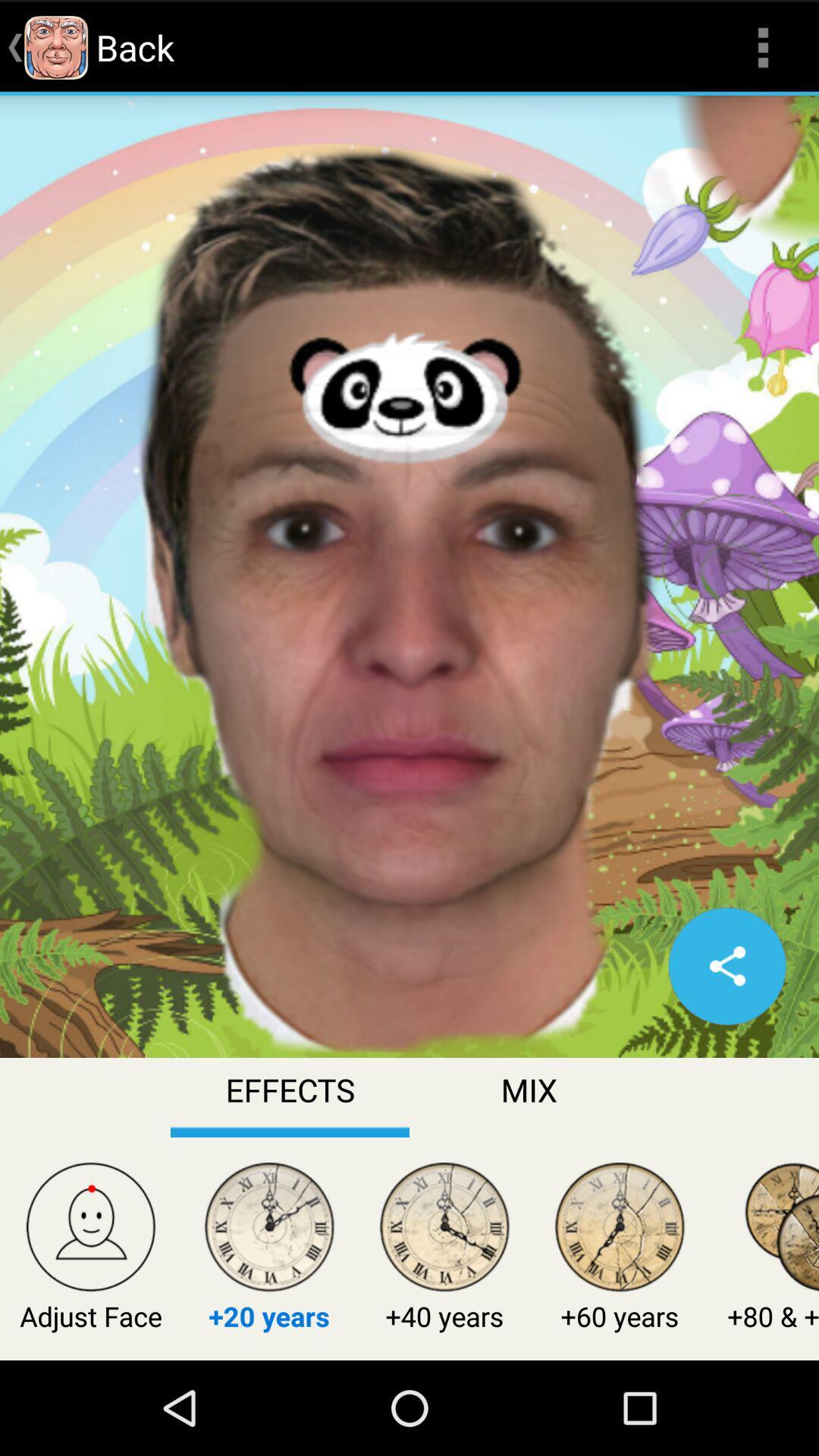  Describe the element at coordinates (444, 1230) in the screenshot. I see `the clock which is above the 40 years` at that location.